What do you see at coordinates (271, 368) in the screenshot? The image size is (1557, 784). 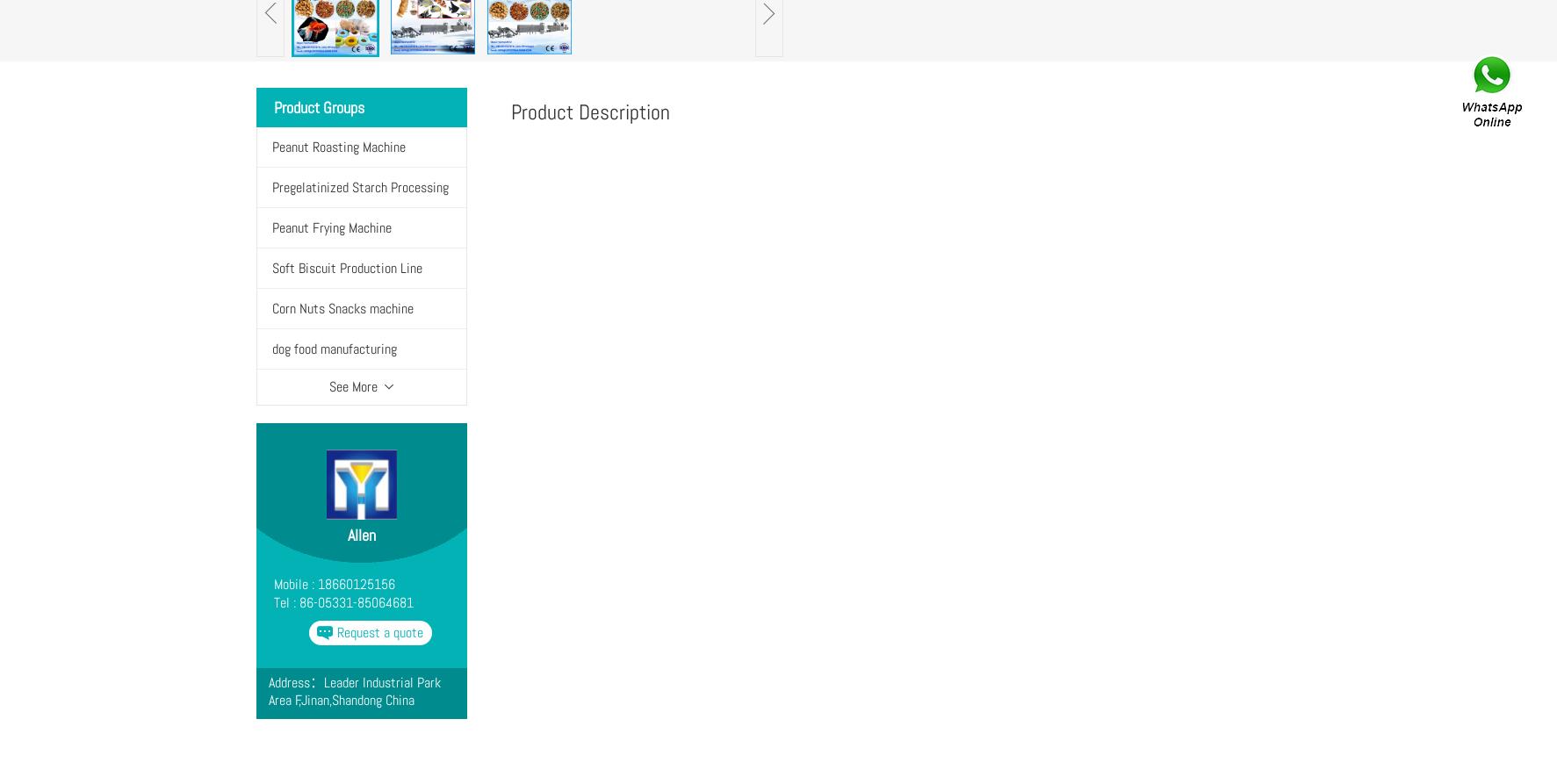 I see `'dog food manufacturing equipment'` at bounding box center [271, 368].